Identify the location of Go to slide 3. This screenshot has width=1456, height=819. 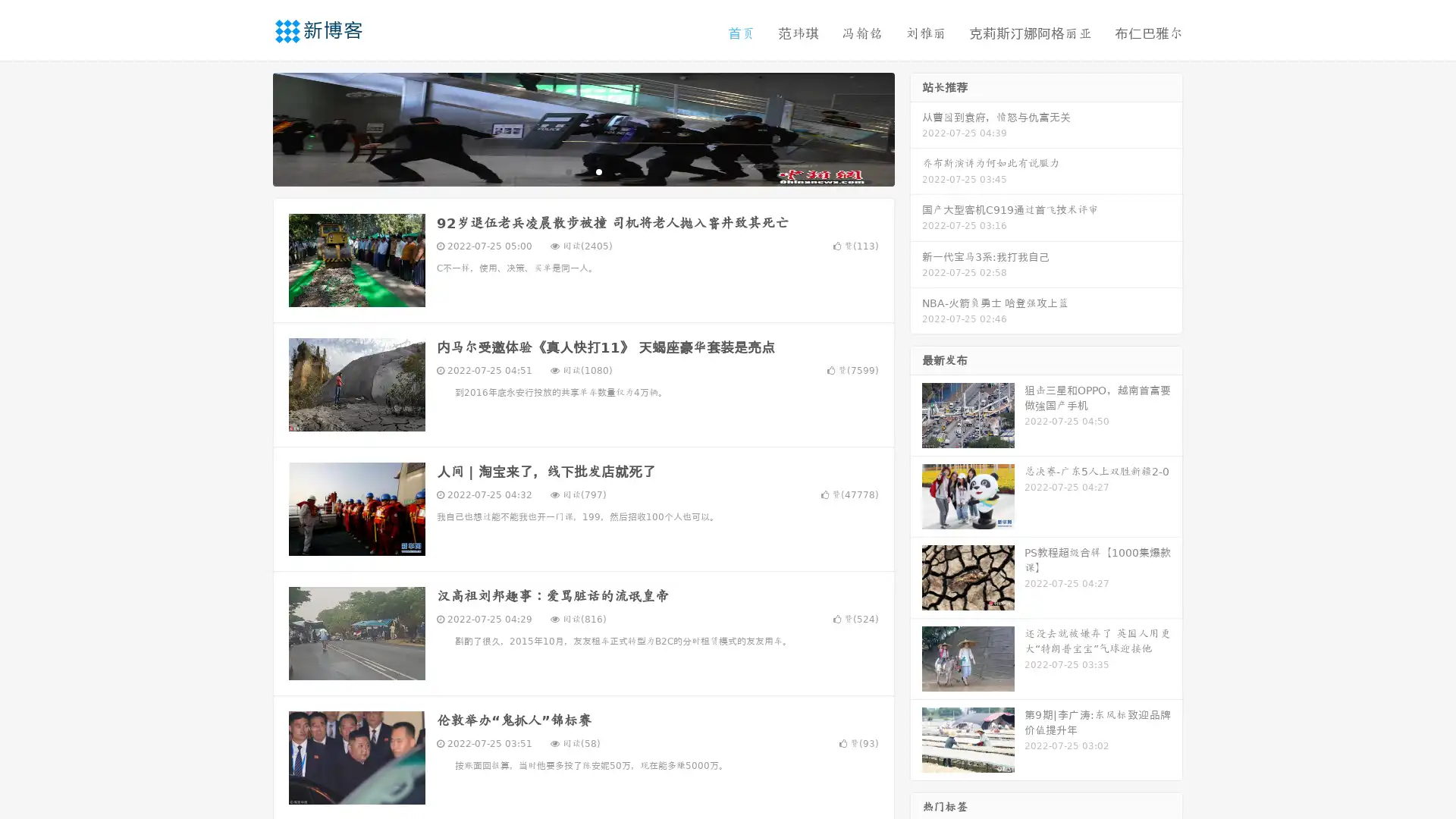
(598, 171).